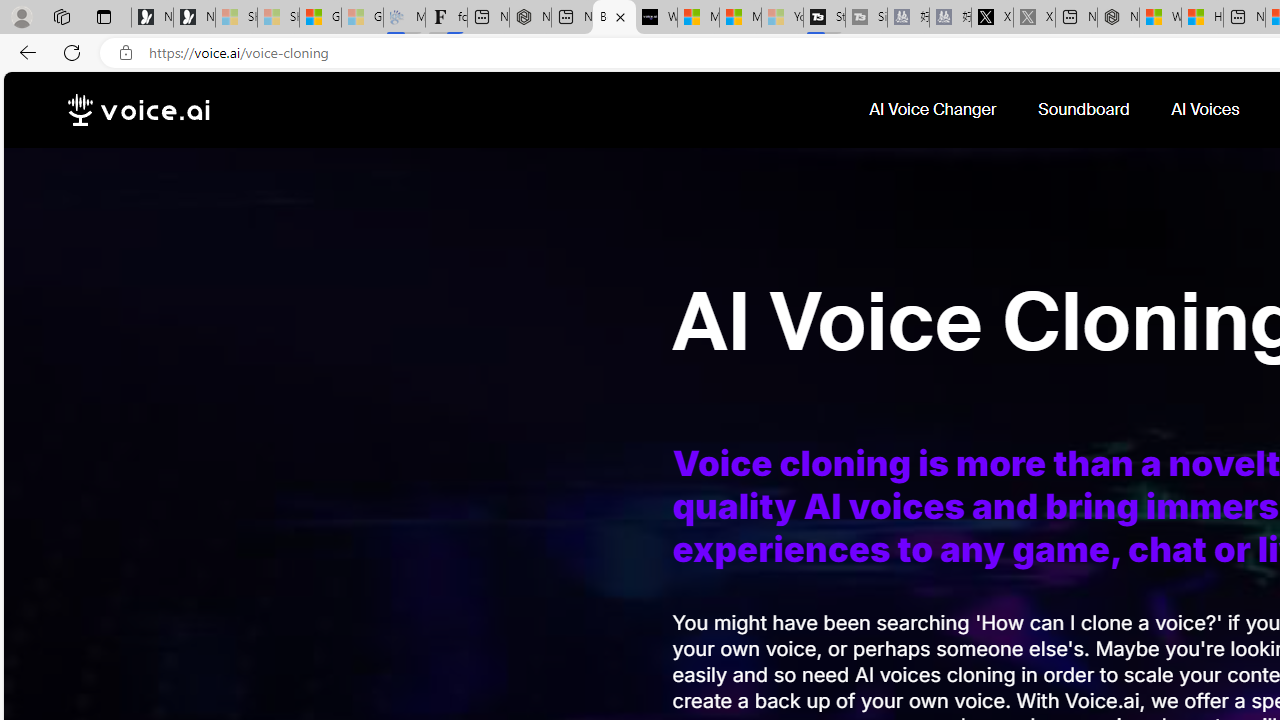 This screenshot has height=720, width=1280. Describe the element at coordinates (1085, 109) in the screenshot. I see `'Soundboard '` at that location.